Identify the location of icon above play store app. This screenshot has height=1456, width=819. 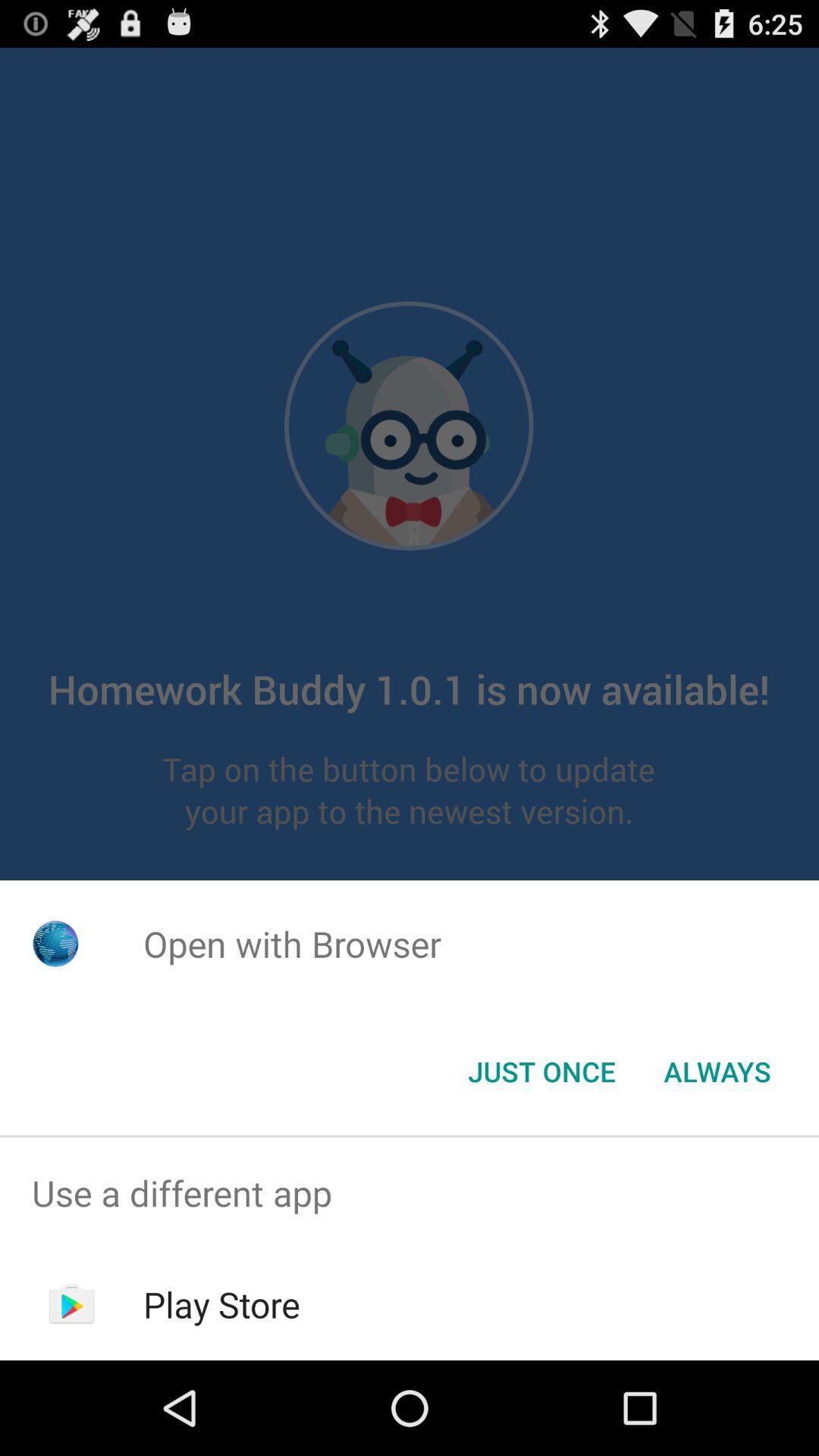
(409, 1192).